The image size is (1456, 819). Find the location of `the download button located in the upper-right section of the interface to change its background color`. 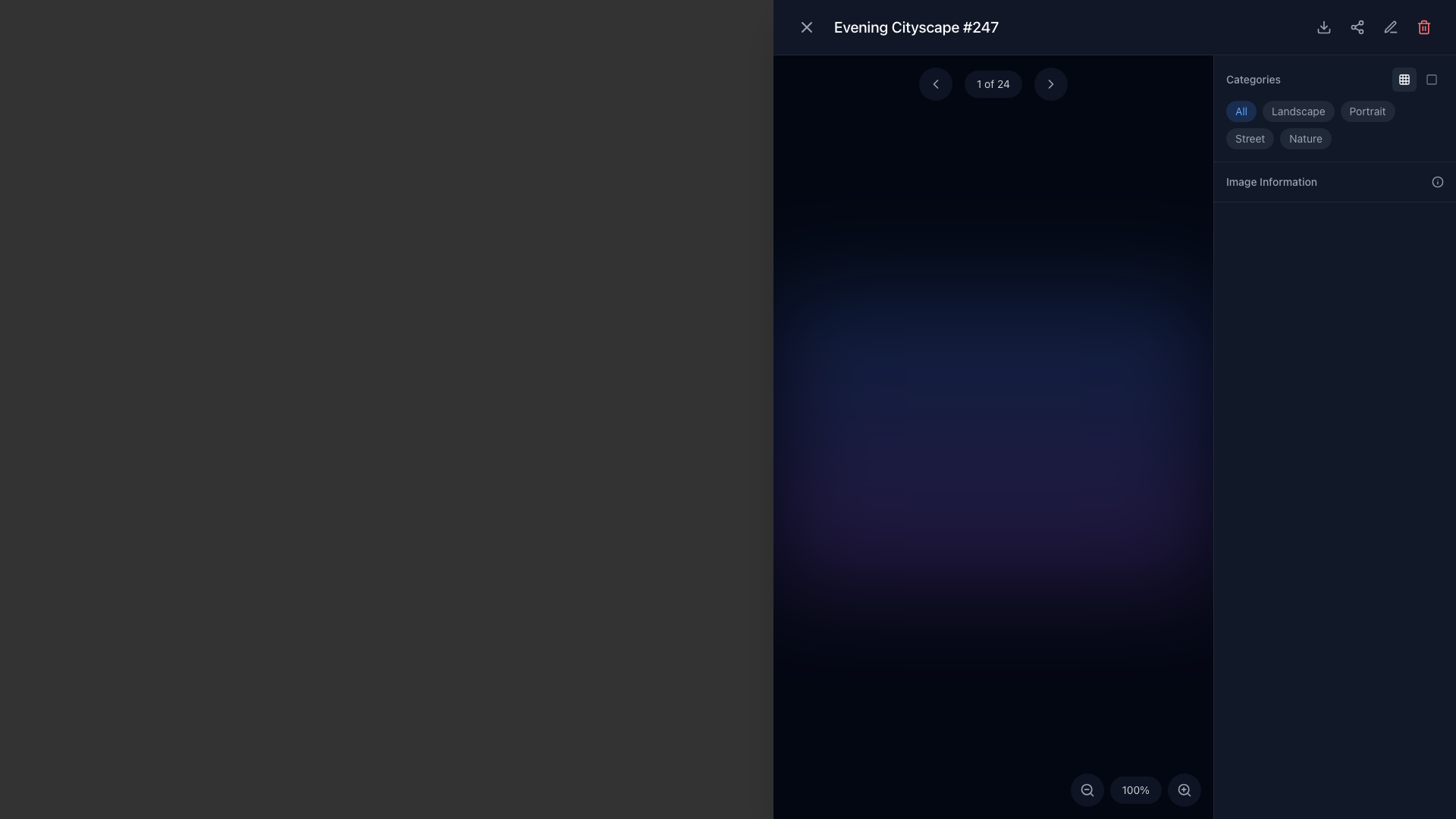

the download button located in the upper-right section of the interface to change its background color is located at coordinates (1323, 27).